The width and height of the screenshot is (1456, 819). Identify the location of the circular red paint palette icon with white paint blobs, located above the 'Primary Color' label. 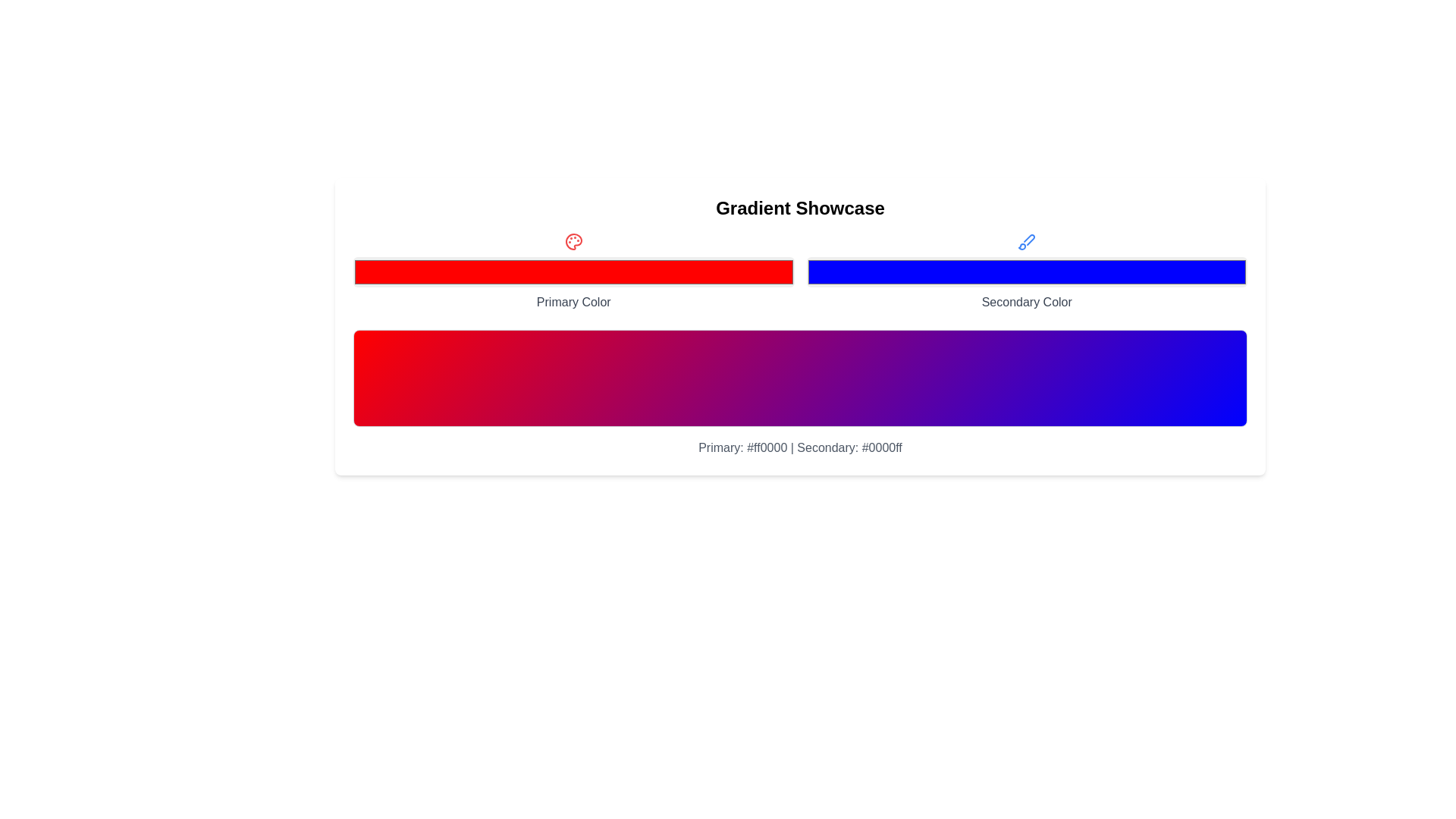
(573, 241).